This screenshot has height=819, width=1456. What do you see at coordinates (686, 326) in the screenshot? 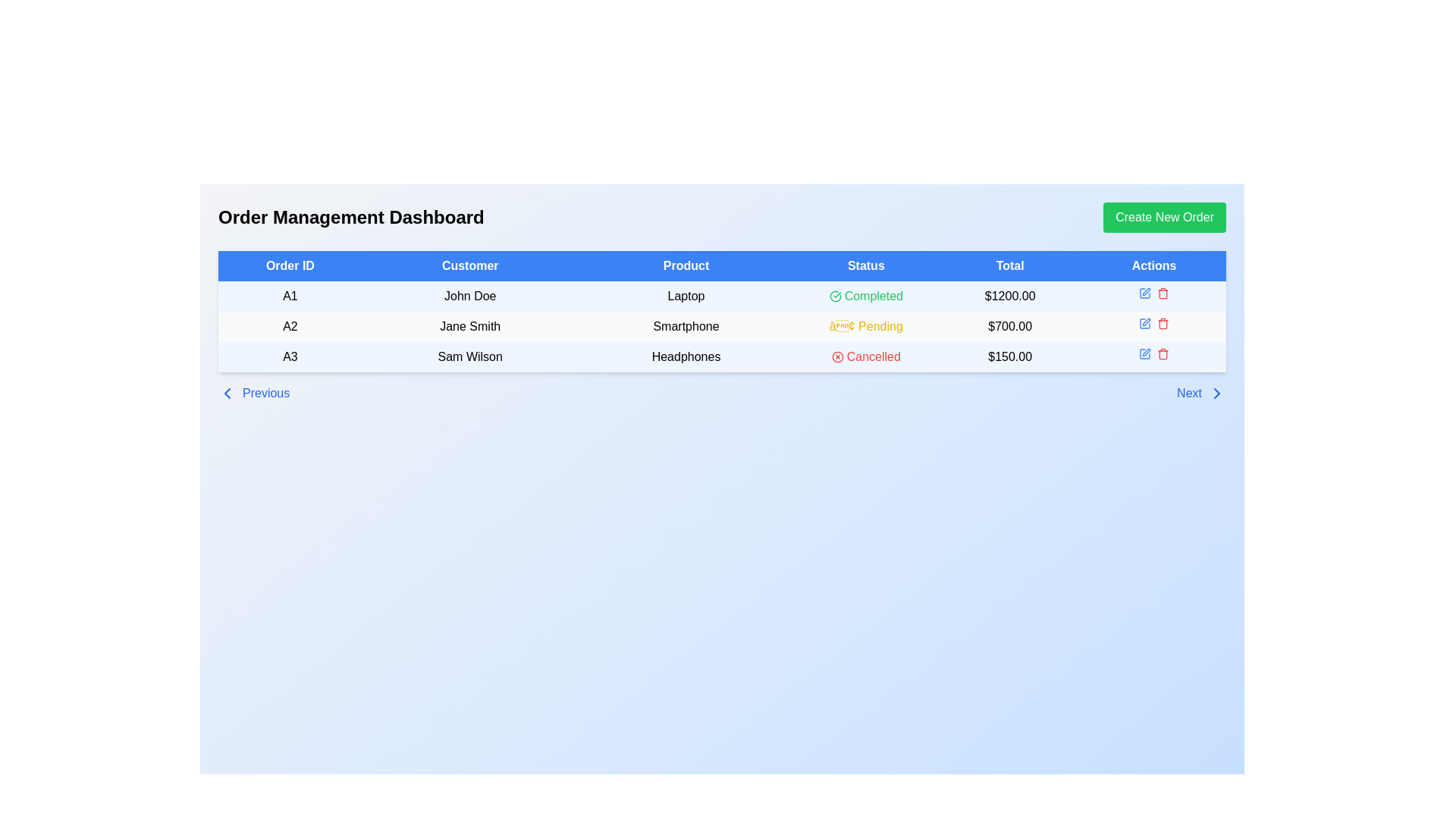
I see `the text label displaying the product name associated with an order in the second row of the table, which is located in the third column, between 'Jane Smith' and '• Pending'` at bounding box center [686, 326].